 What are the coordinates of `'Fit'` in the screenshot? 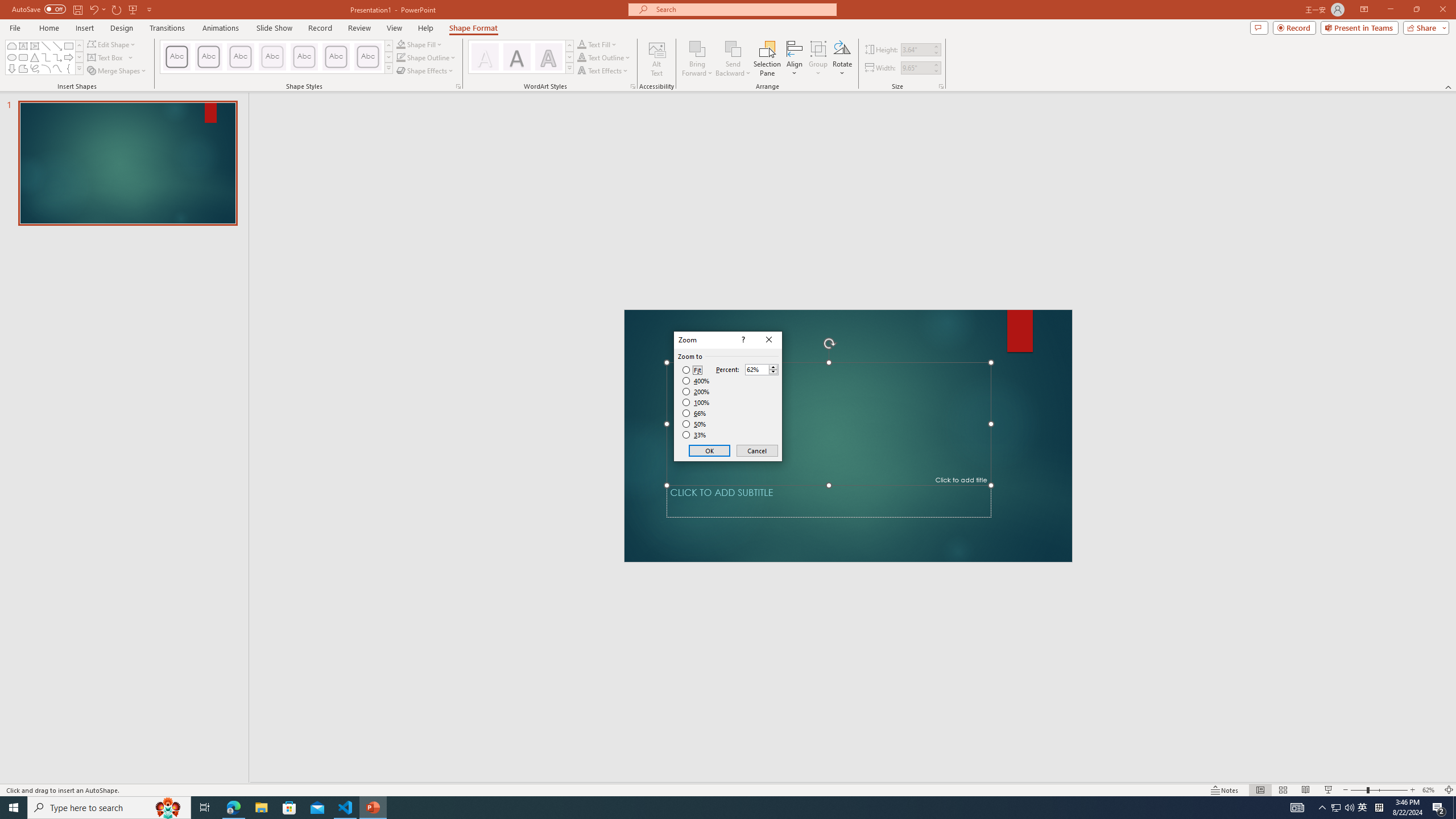 It's located at (692, 370).